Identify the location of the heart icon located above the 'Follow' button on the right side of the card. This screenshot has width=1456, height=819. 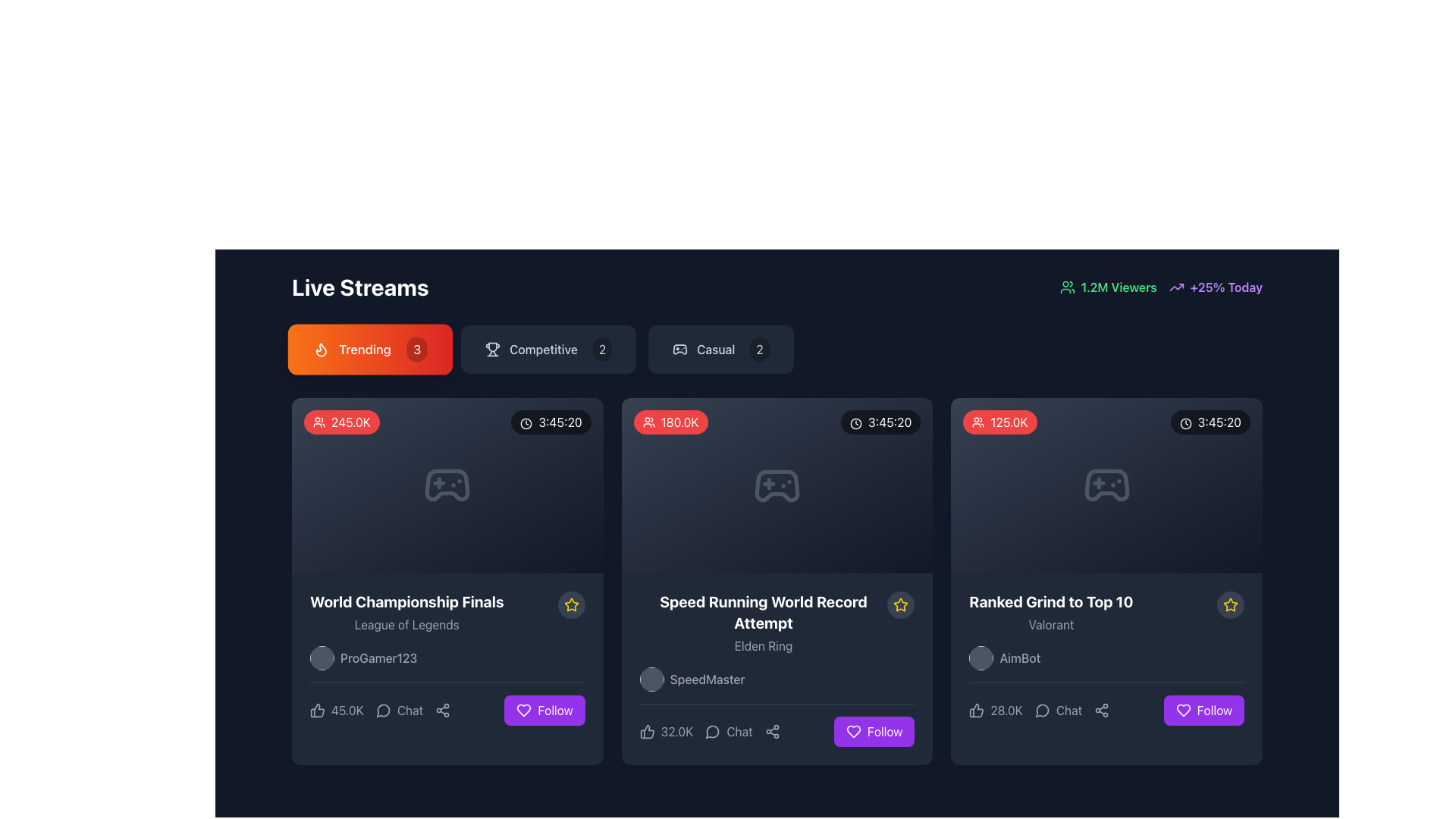
(524, 711).